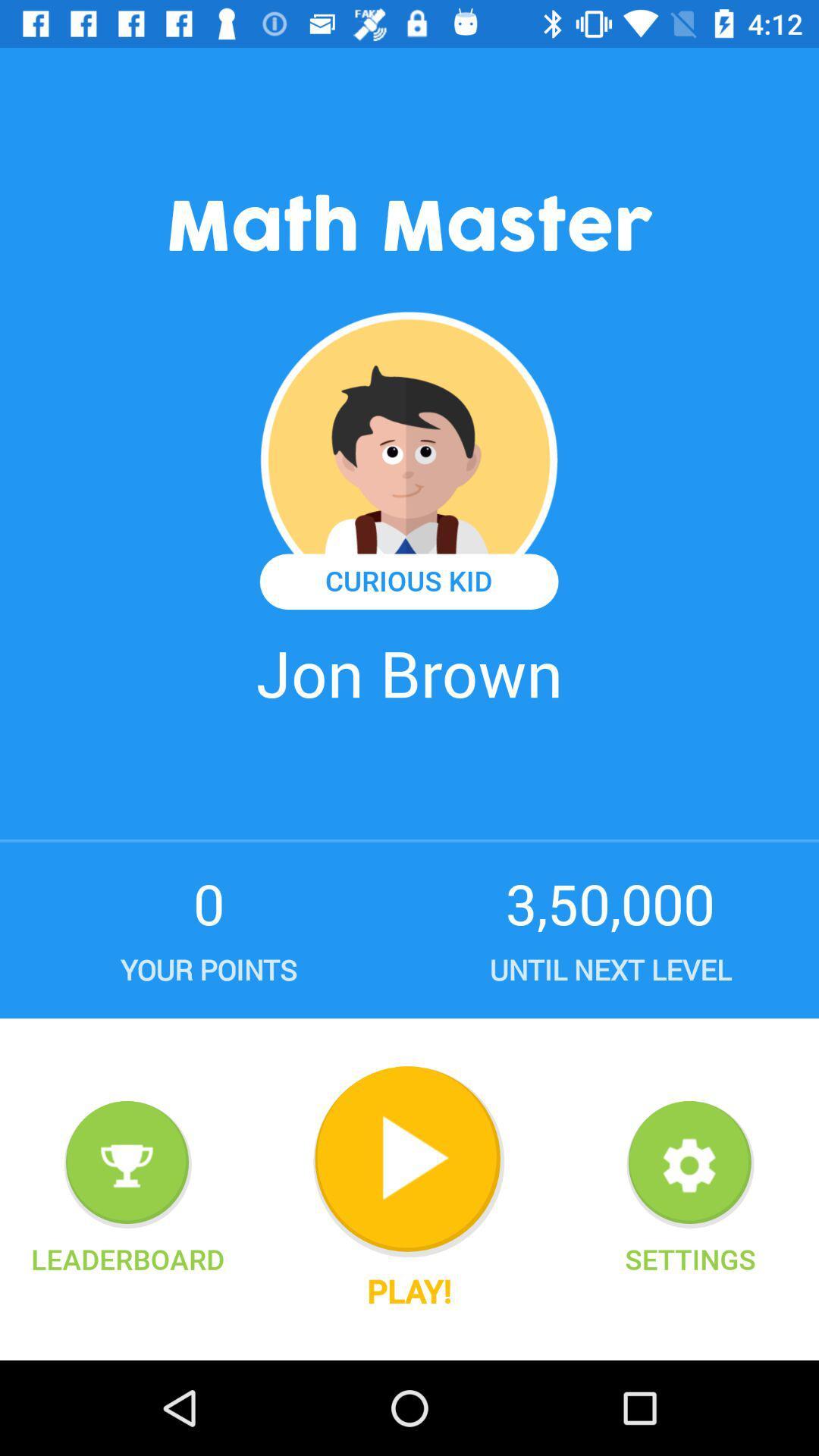  Describe the element at coordinates (127, 1164) in the screenshot. I see `show leaderboard` at that location.